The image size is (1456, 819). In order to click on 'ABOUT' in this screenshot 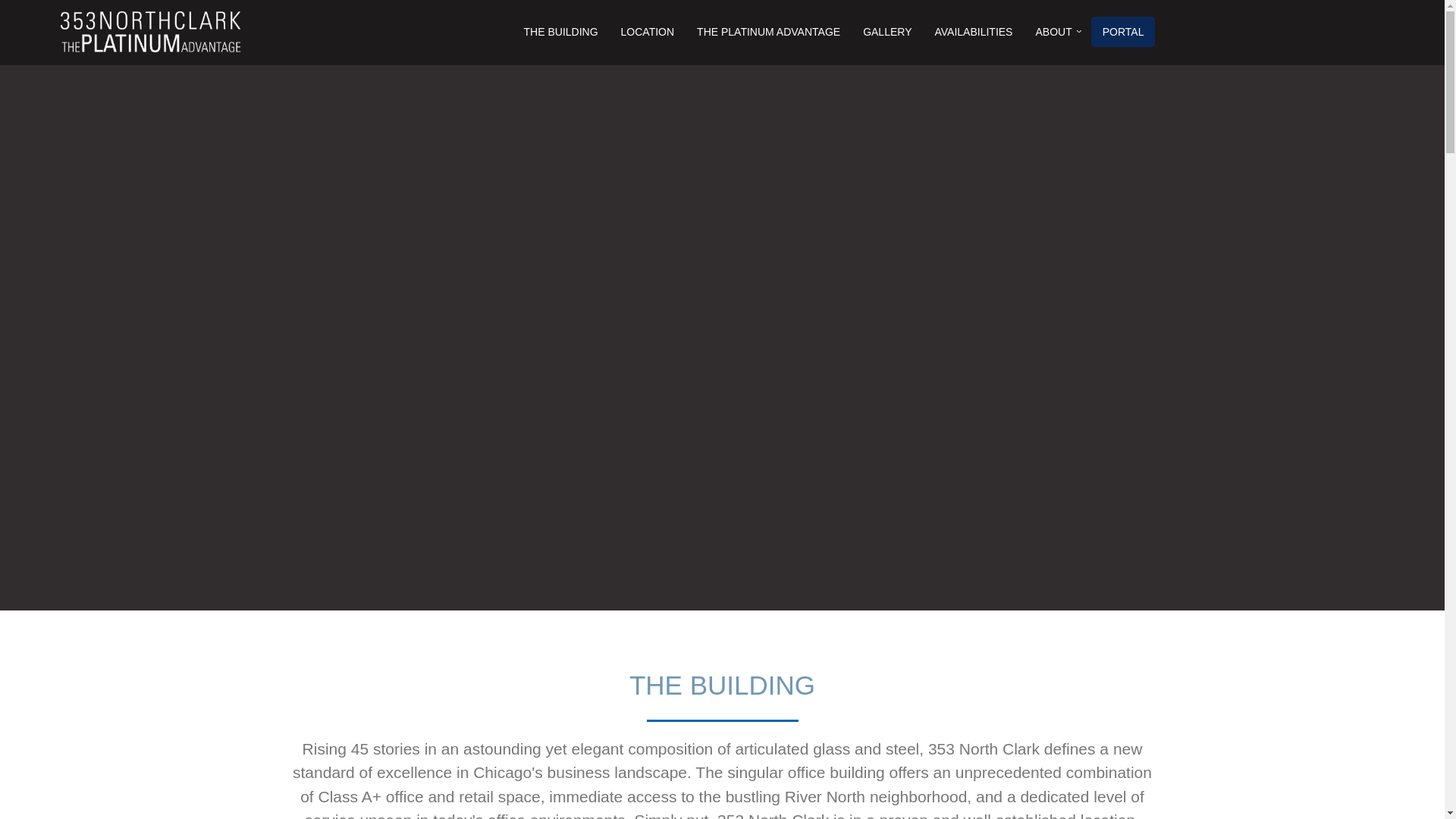, I will do `click(1052, 32)`.